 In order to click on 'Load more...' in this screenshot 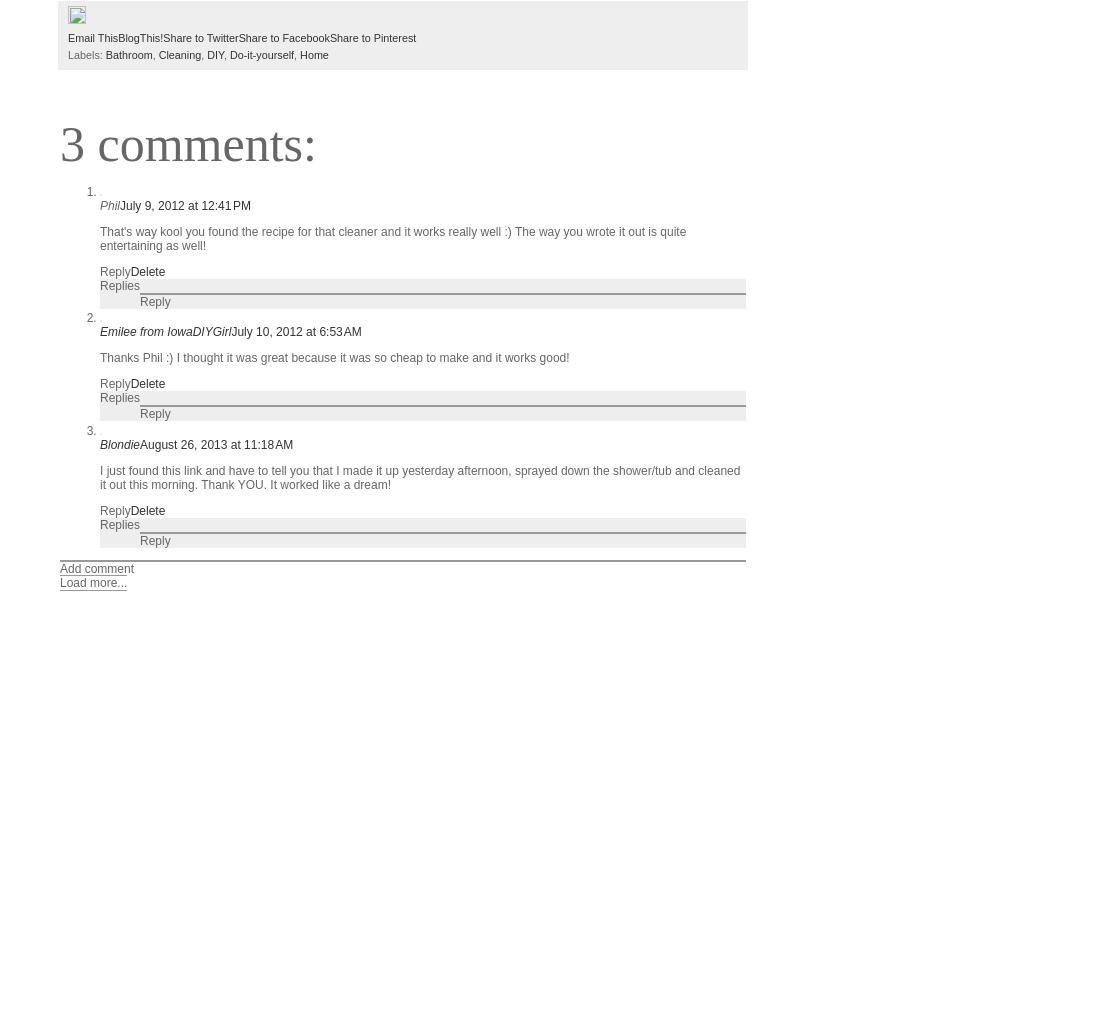, I will do `click(93, 582)`.